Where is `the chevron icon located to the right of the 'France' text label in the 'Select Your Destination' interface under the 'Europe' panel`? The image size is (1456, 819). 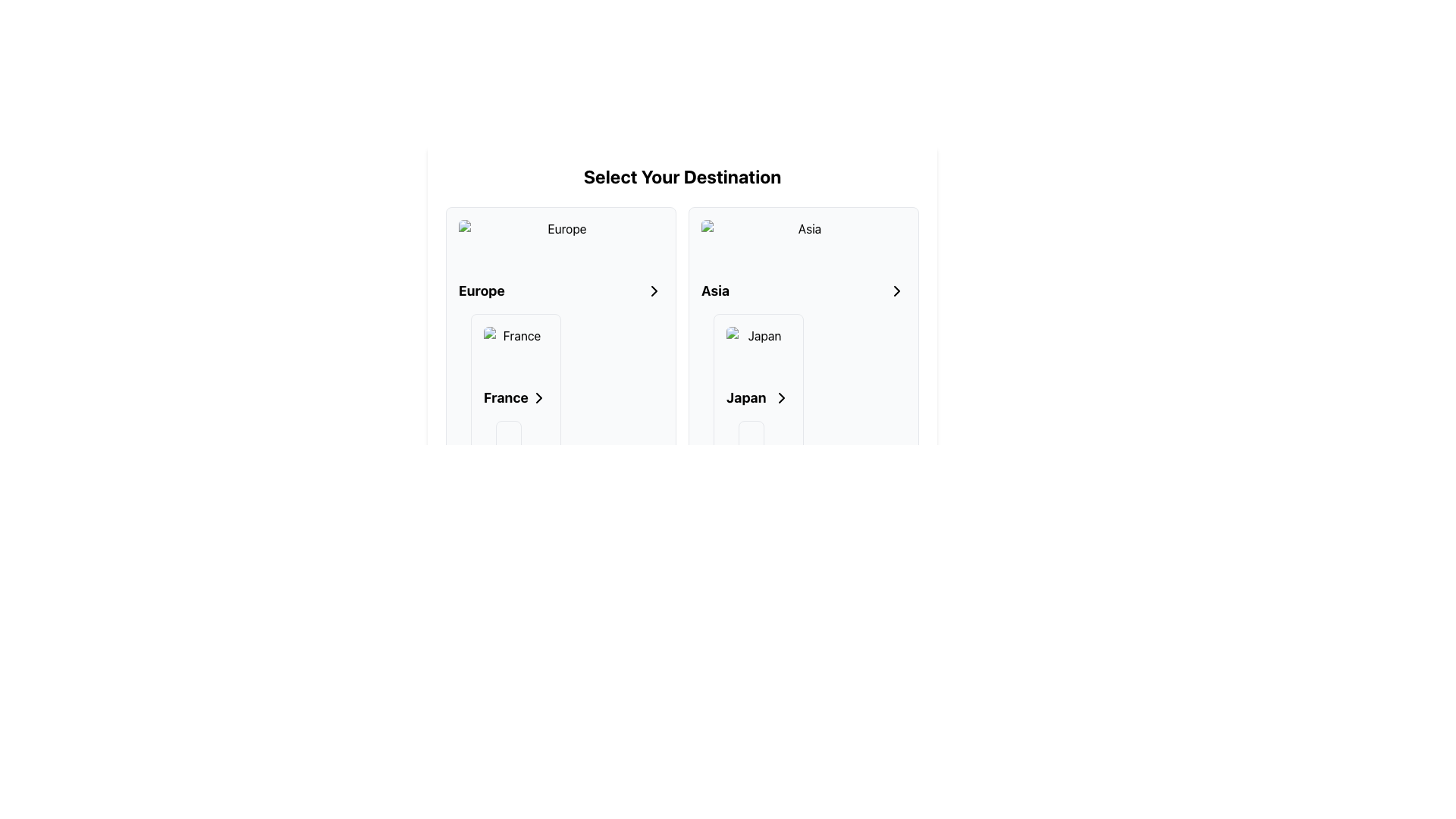
the chevron icon located to the right of the 'France' text label in the 'Select Your Destination' interface under the 'Europe' panel is located at coordinates (538, 397).